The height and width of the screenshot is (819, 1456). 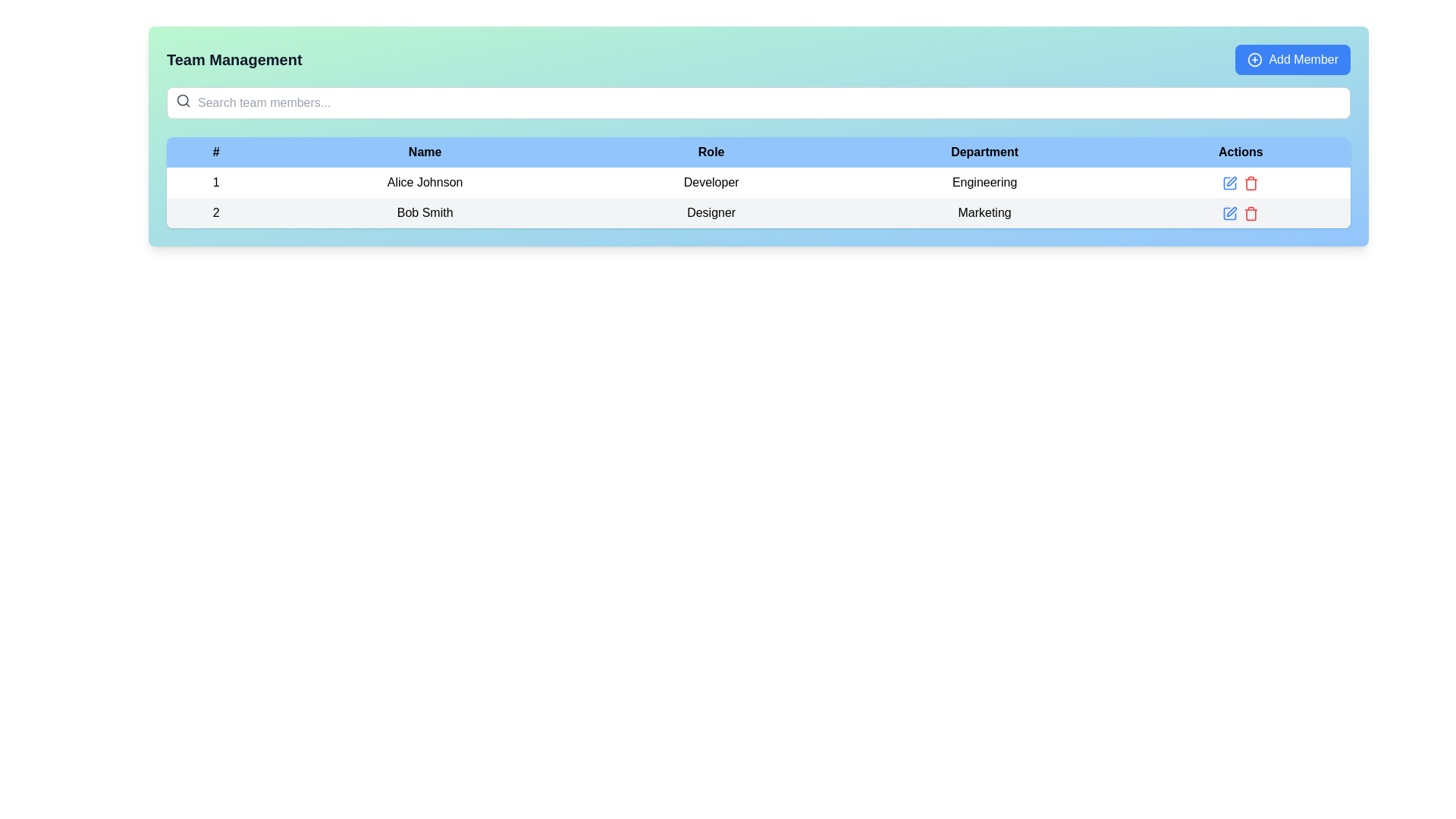 What do you see at coordinates (758, 197) in the screenshot?
I see `the second row` at bounding box center [758, 197].